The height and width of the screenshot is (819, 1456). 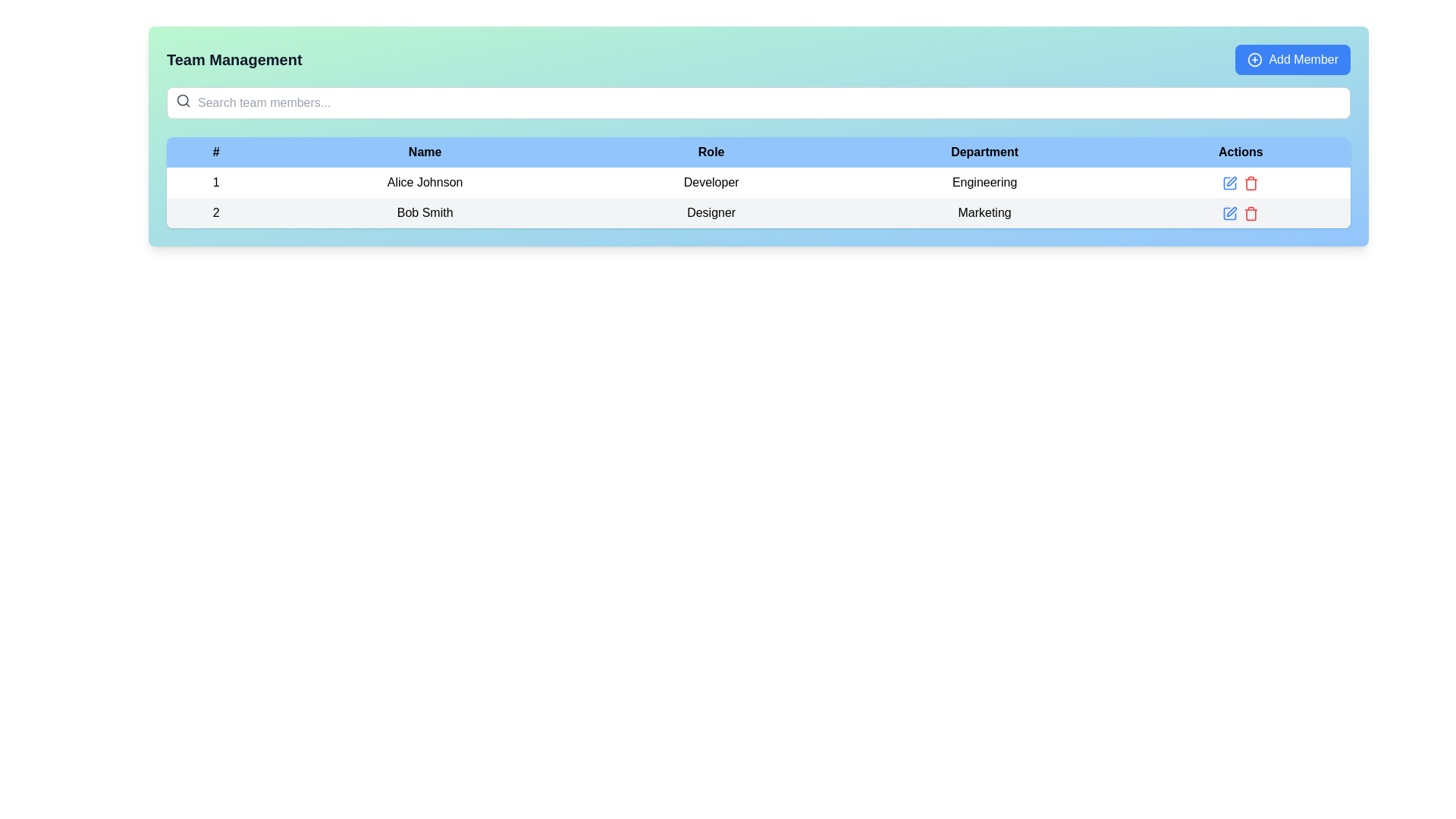 What do you see at coordinates (758, 197) in the screenshot?
I see `the second row` at bounding box center [758, 197].